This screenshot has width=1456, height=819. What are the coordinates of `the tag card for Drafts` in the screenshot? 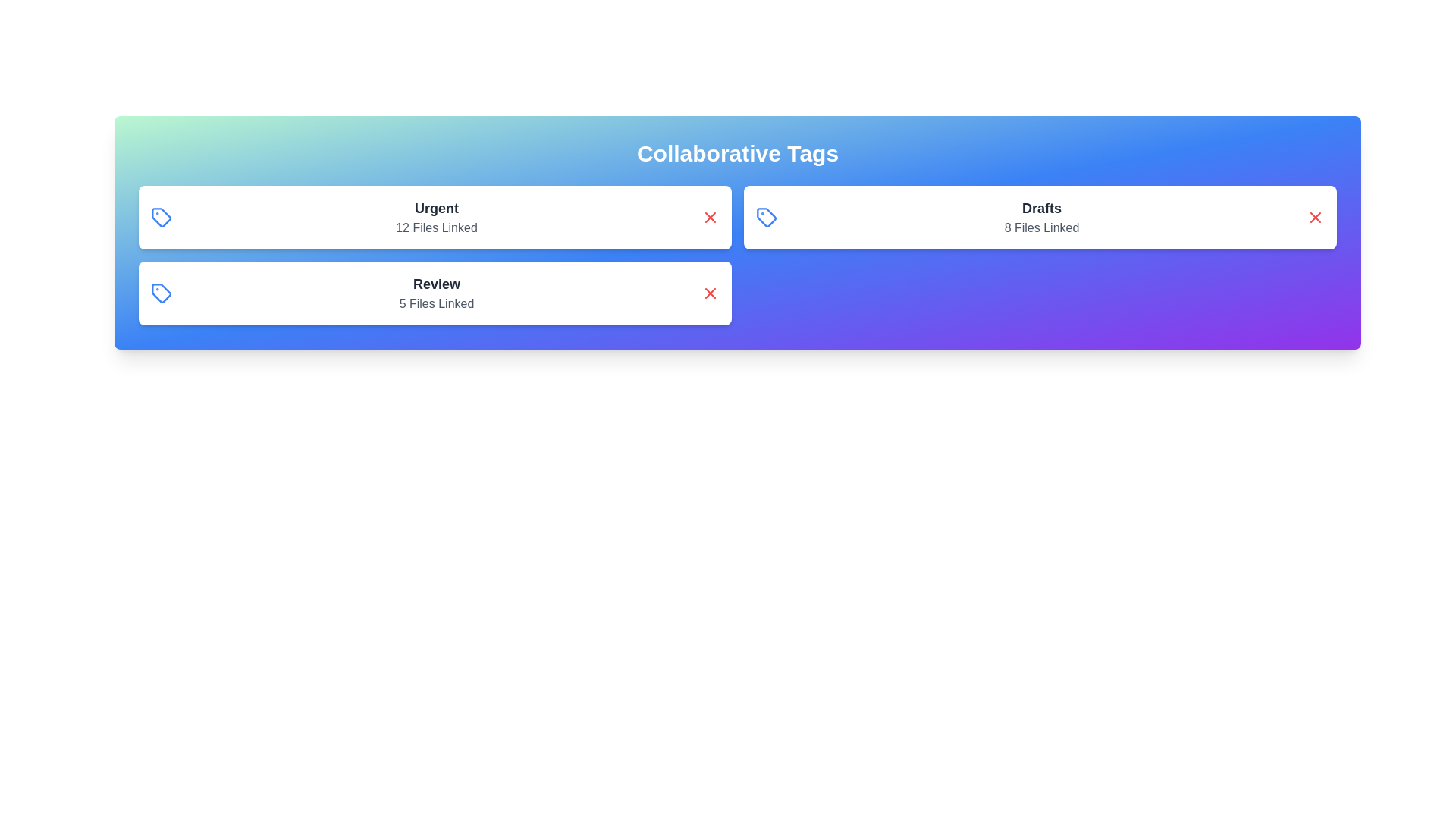 It's located at (1040, 217).